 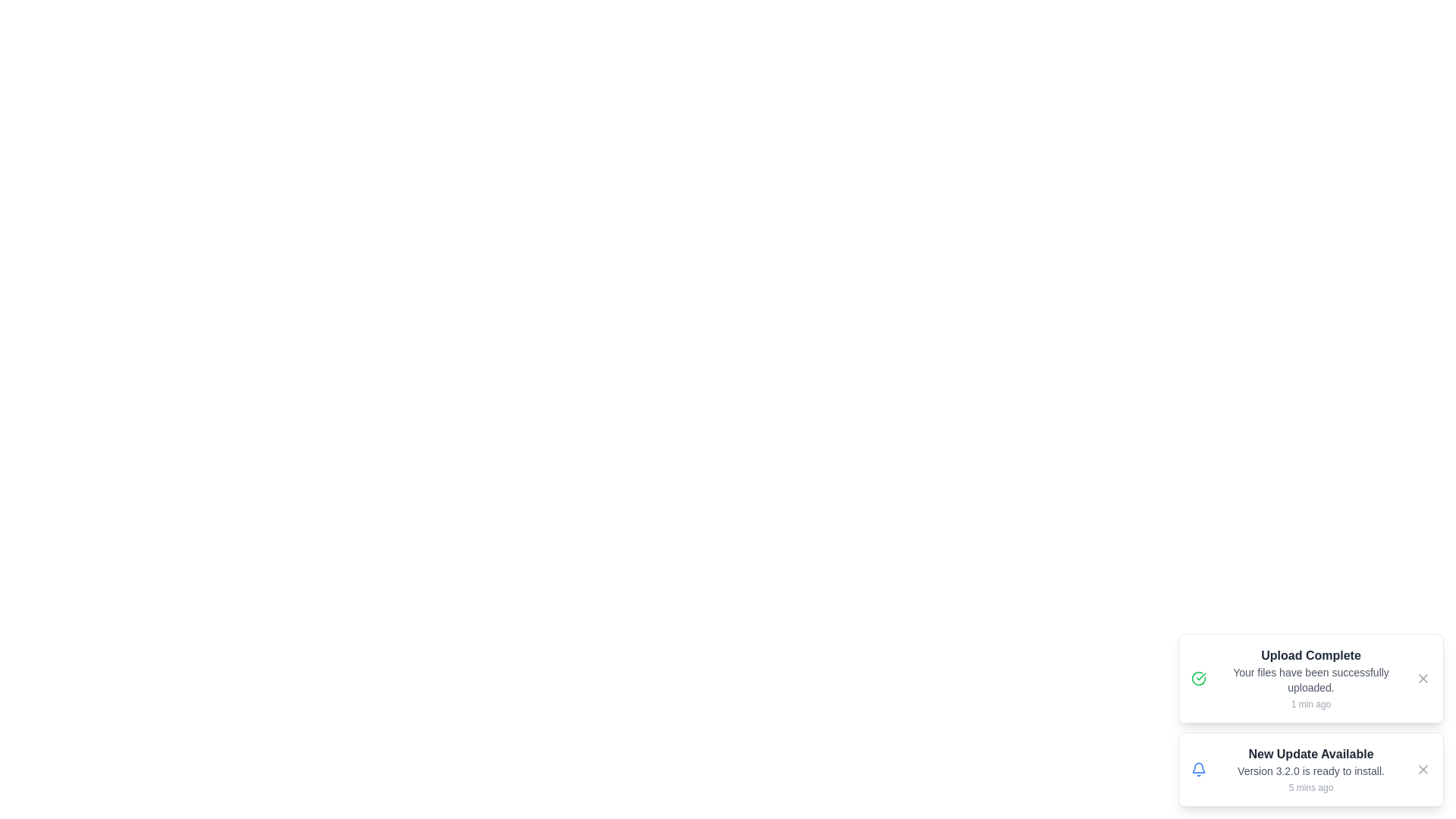 I want to click on the text label that reads 'Your files have been successfully uploaded.' located beneath the 'Upload Complete' heading in the notification card, so click(x=1310, y=679).